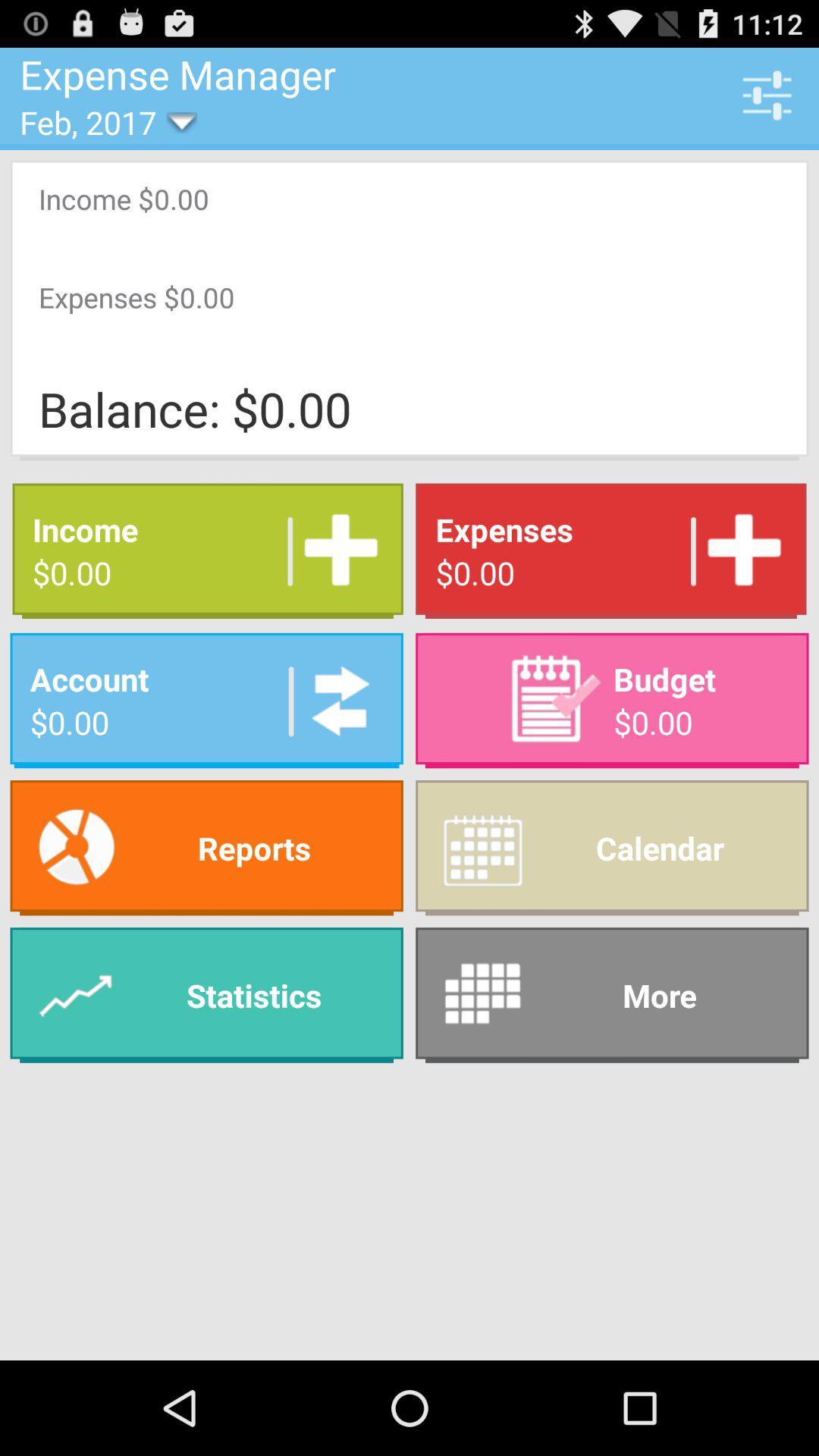  I want to click on the icon next to the expense manager, so click(767, 94).